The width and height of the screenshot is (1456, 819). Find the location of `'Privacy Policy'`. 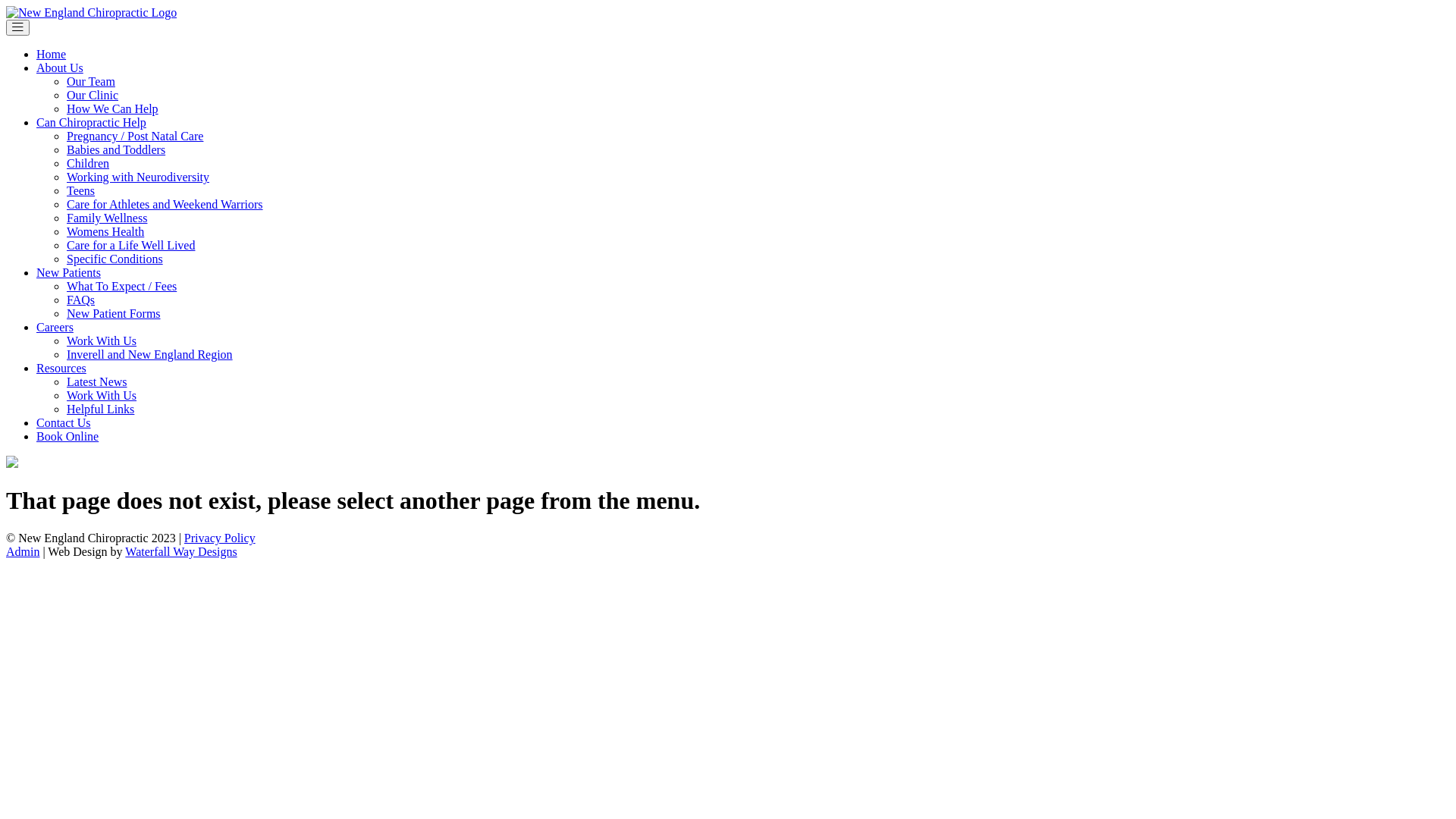

'Privacy Policy' is located at coordinates (218, 537).